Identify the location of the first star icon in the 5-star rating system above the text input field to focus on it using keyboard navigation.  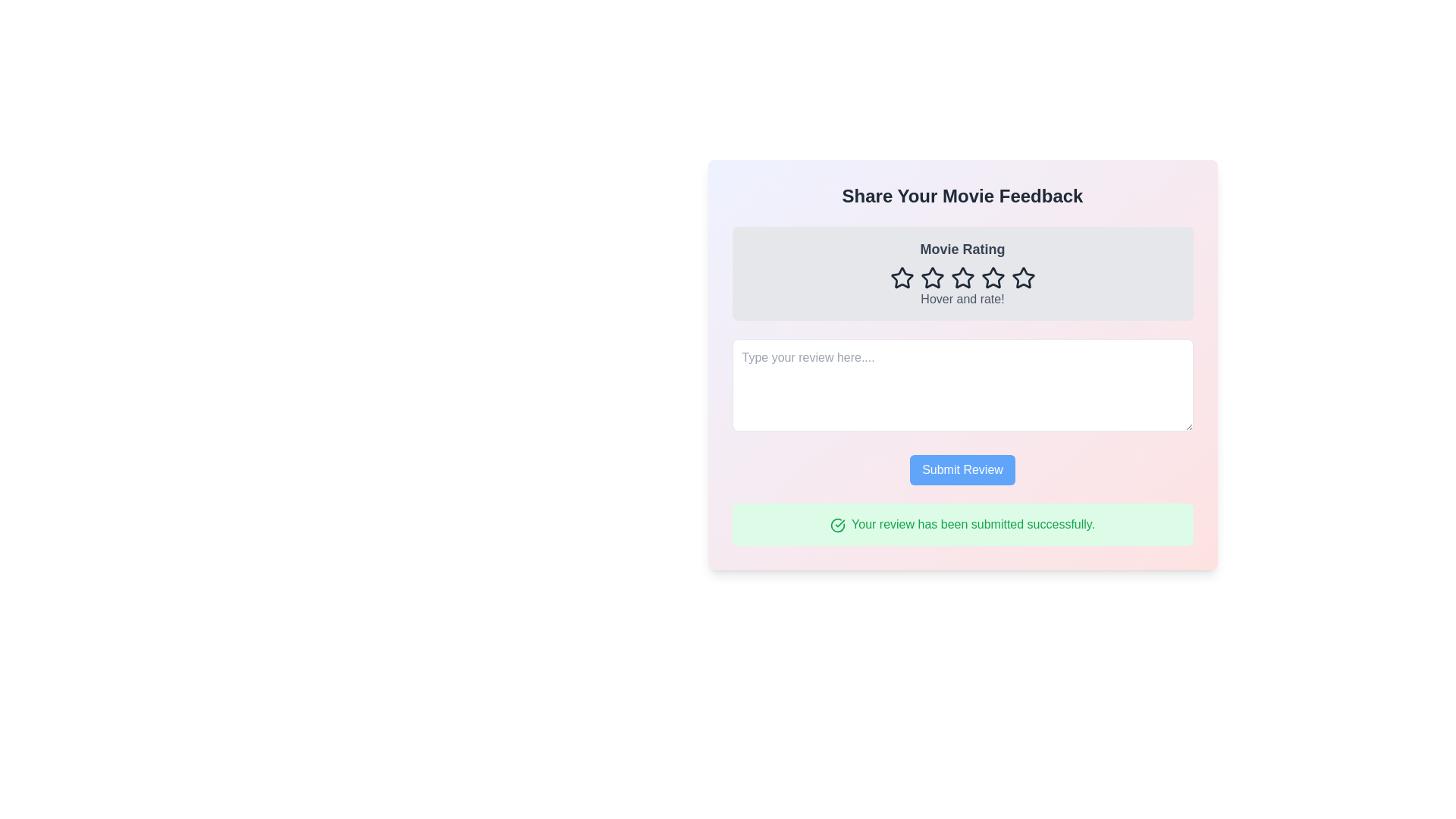
(902, 278).